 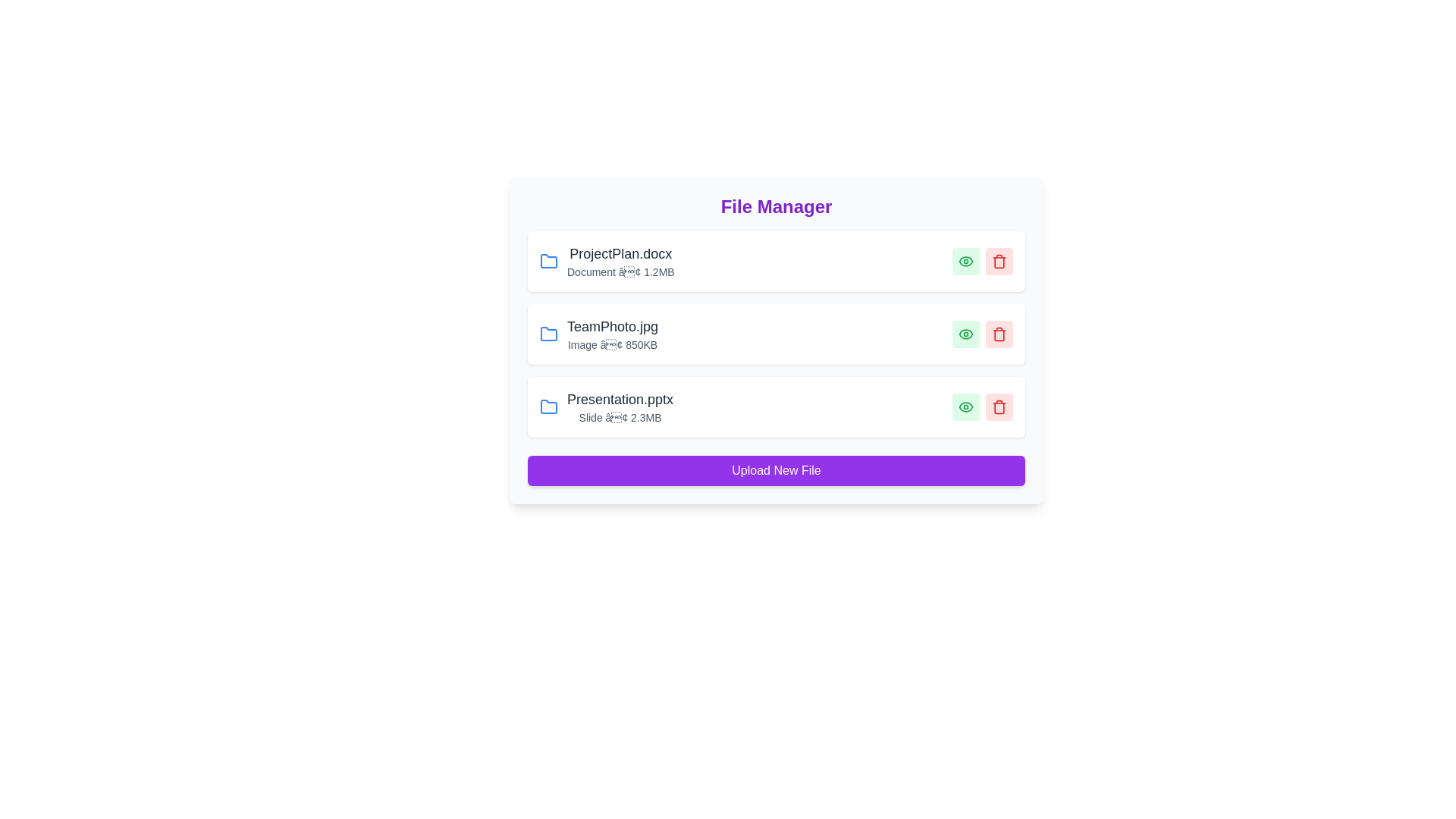 What do you see at coordinates (776, 470) in the screenshot?
I see `'Upload New File' button to initiate the file upload process` at bounding box center [776, 470].